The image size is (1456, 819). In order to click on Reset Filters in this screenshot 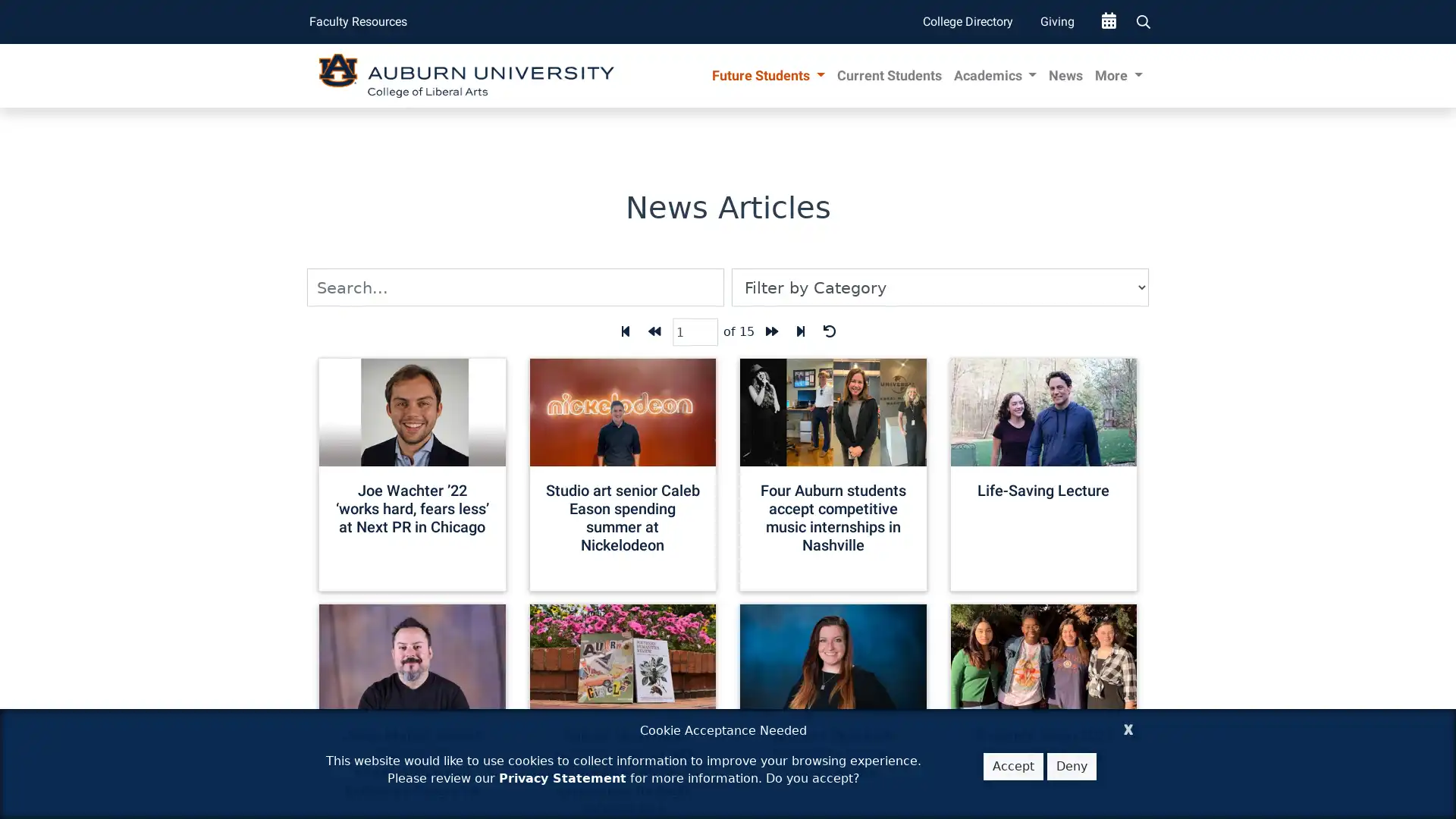, I will do `click(829, 331)`.